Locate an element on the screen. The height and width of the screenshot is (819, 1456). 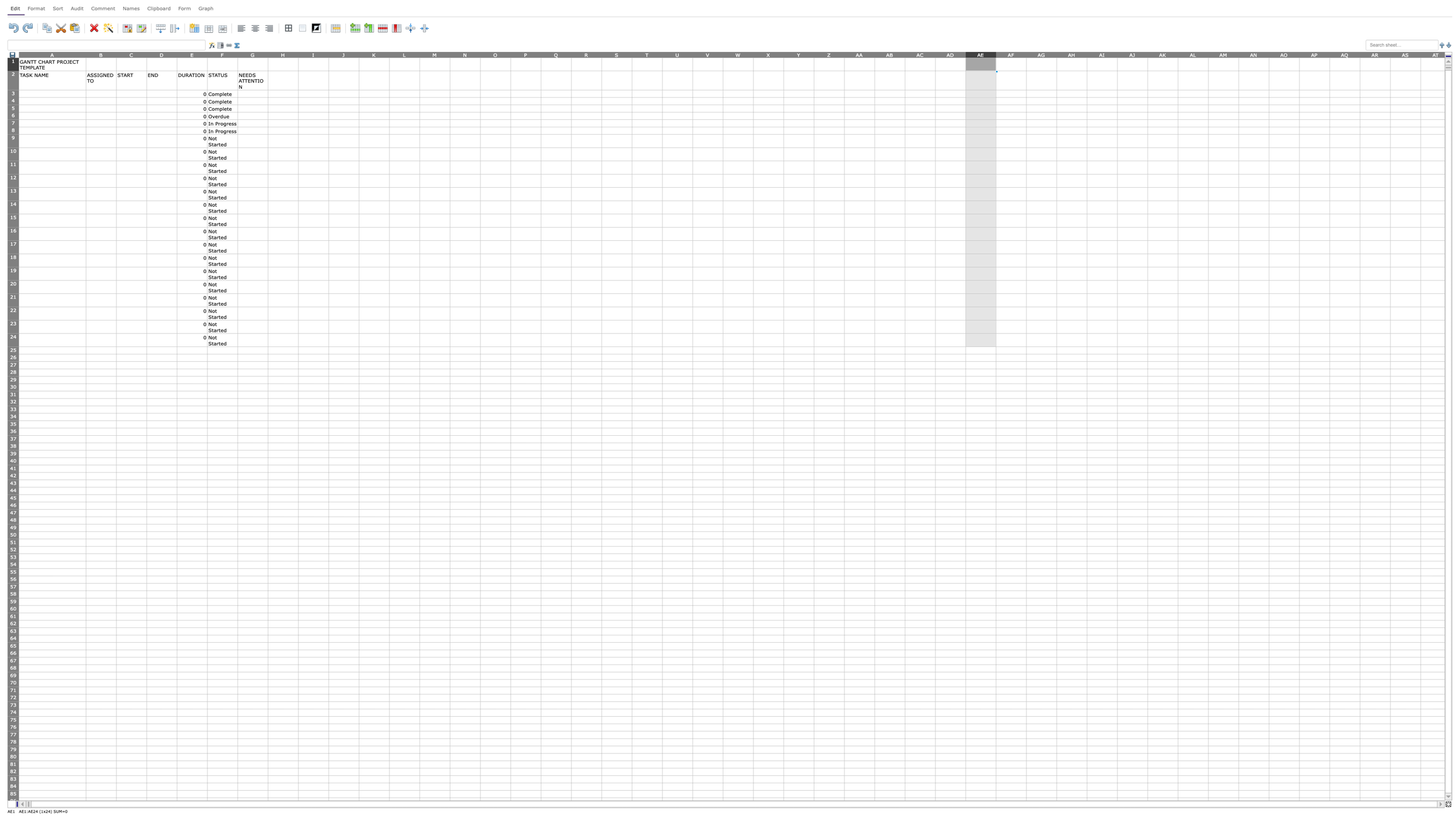
the right edge of column AF to resize is located at coordinates (1026, 54).